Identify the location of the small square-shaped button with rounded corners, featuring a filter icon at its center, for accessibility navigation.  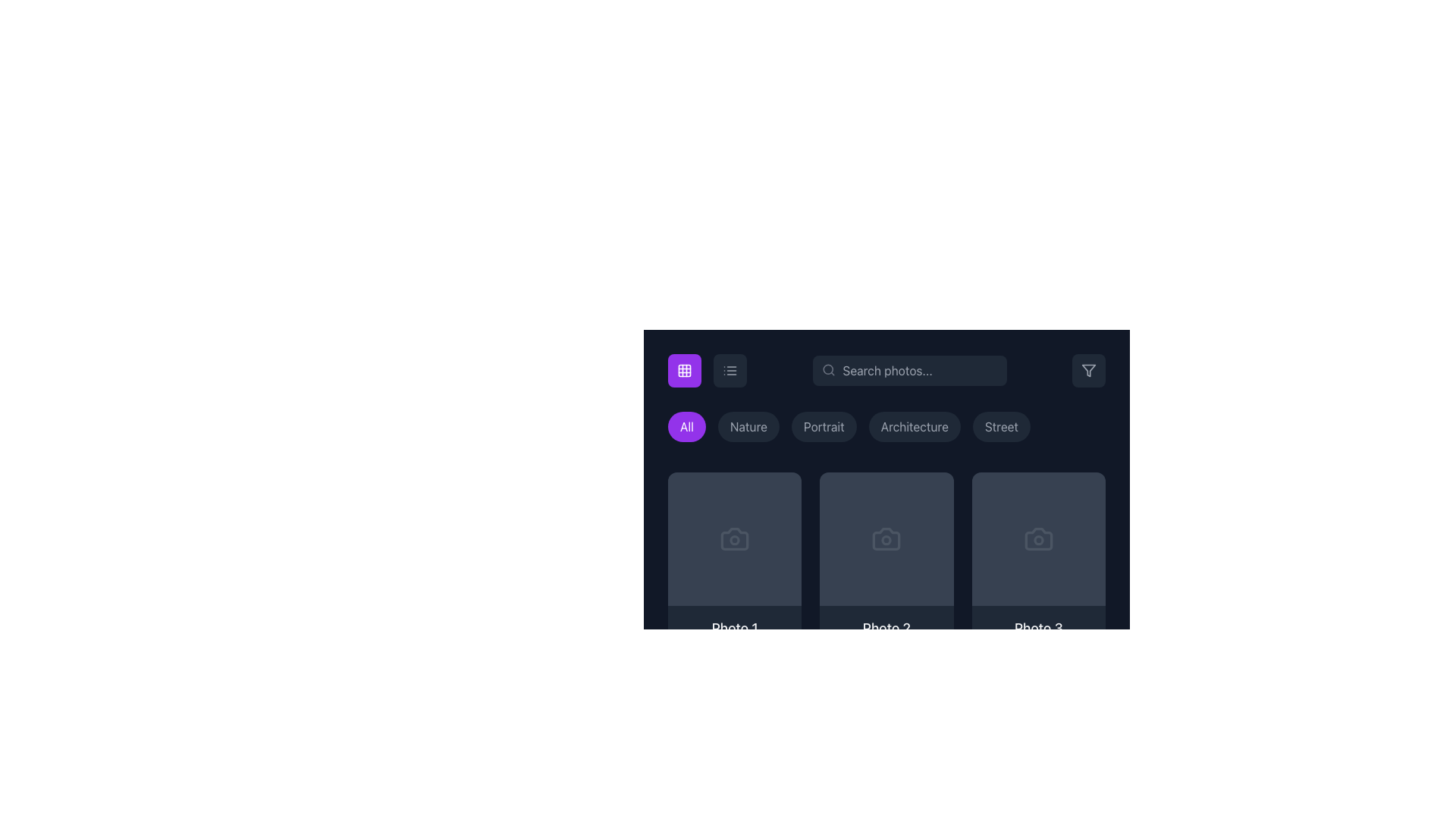
(1087, 371).